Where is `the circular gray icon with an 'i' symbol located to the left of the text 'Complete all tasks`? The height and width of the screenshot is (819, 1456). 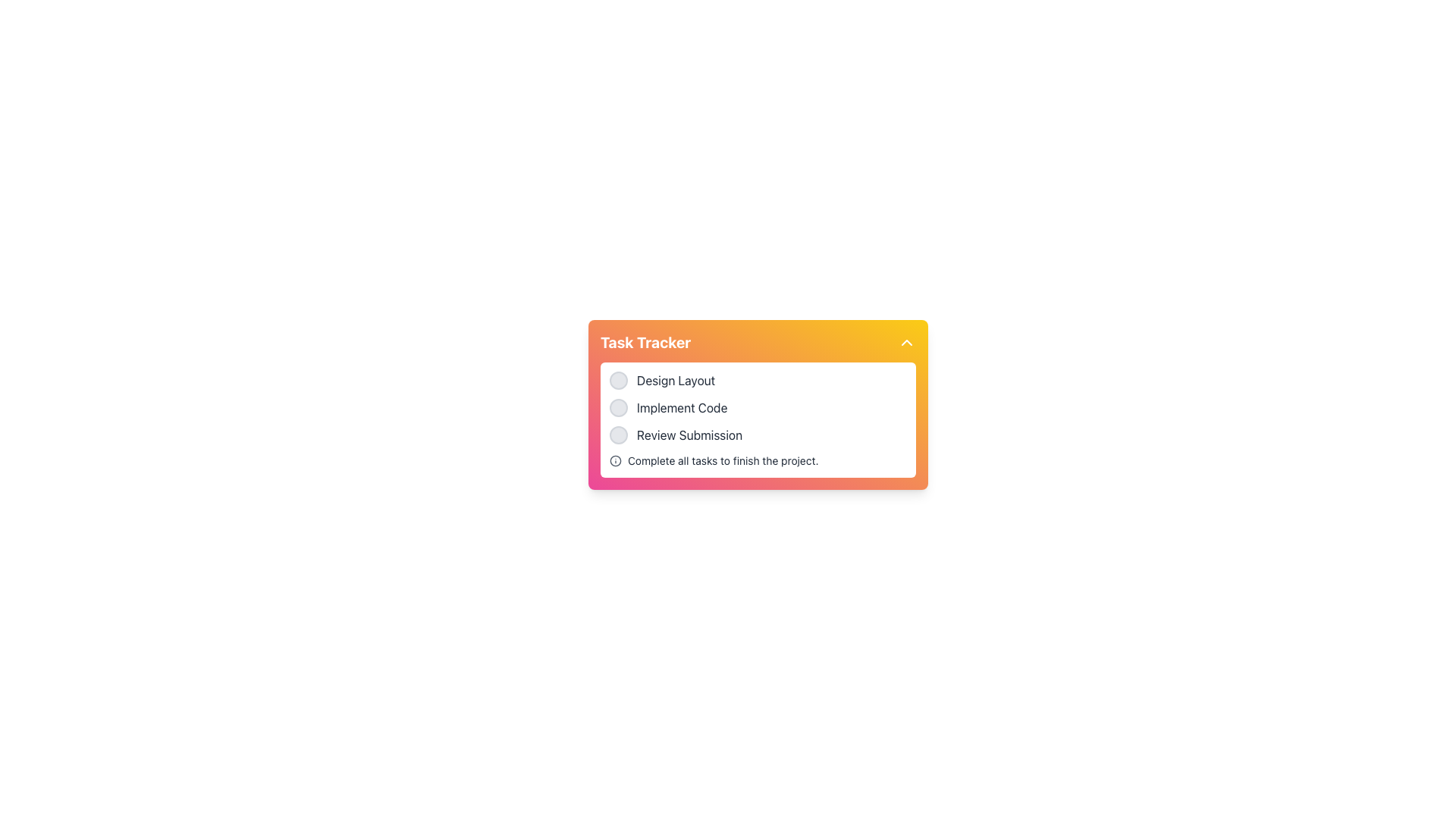
the circular gray icon with an 'i' symbol located to the left of the text 'Complete all tasks is located at coordinates (615, 460).